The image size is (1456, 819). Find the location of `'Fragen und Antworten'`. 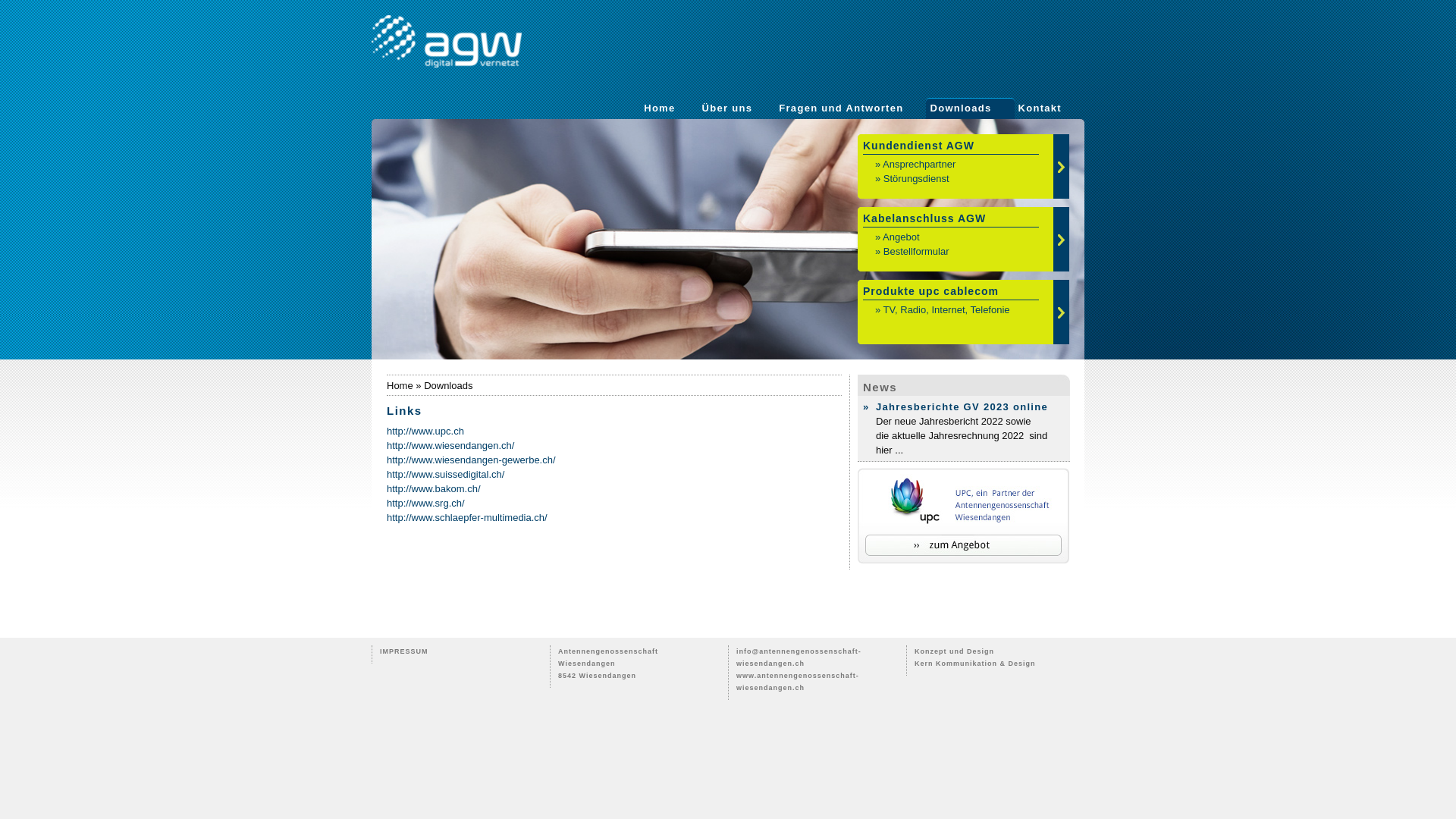

'Fragen und Antworten' is located at coordinates (839, 107).